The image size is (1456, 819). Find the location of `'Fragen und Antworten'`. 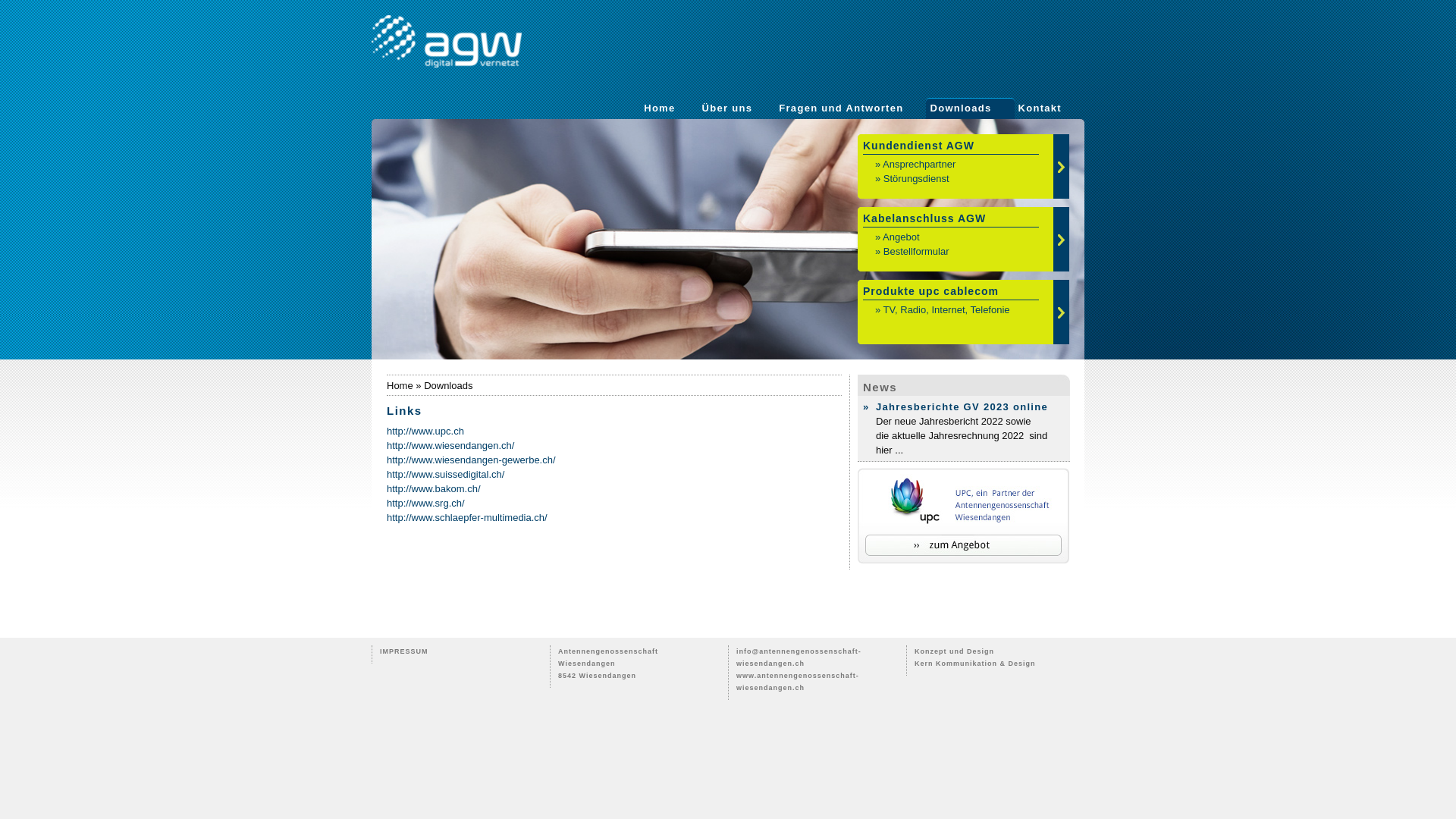

'Fragen und Antworten' is located at coordinates (839, 107).